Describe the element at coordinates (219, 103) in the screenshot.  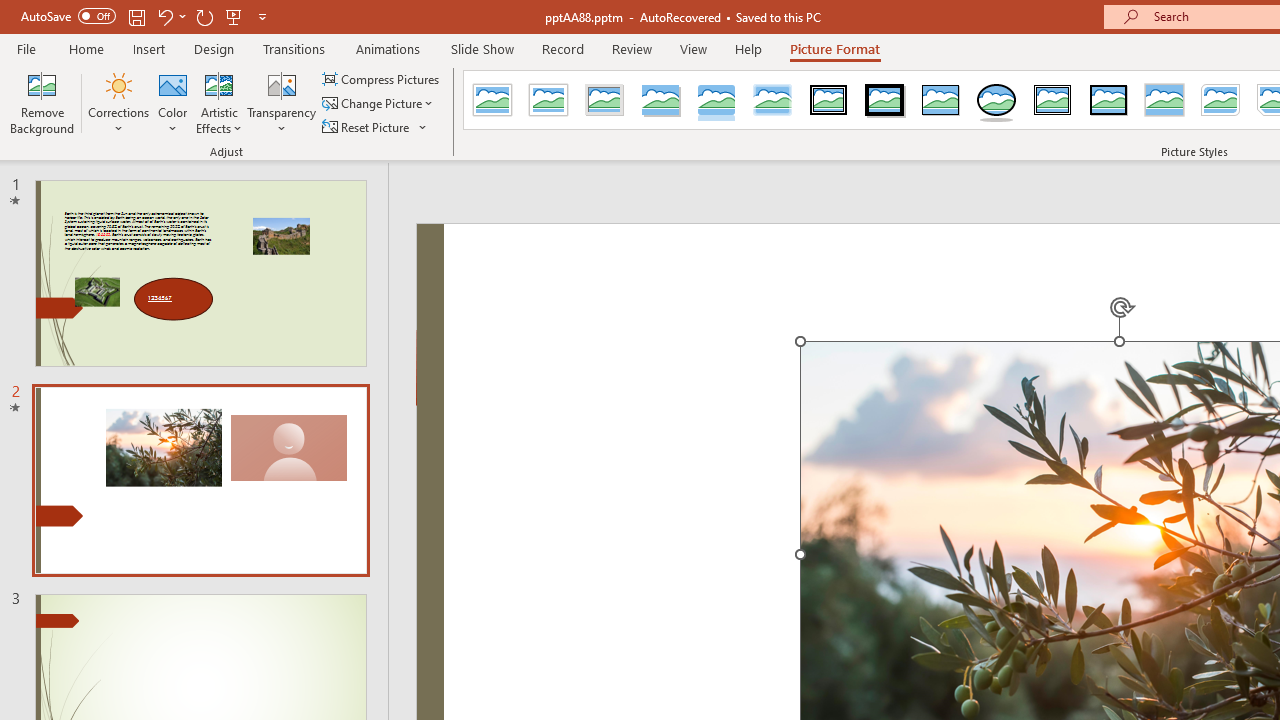
I see `'Artistic Effects'` at that location.